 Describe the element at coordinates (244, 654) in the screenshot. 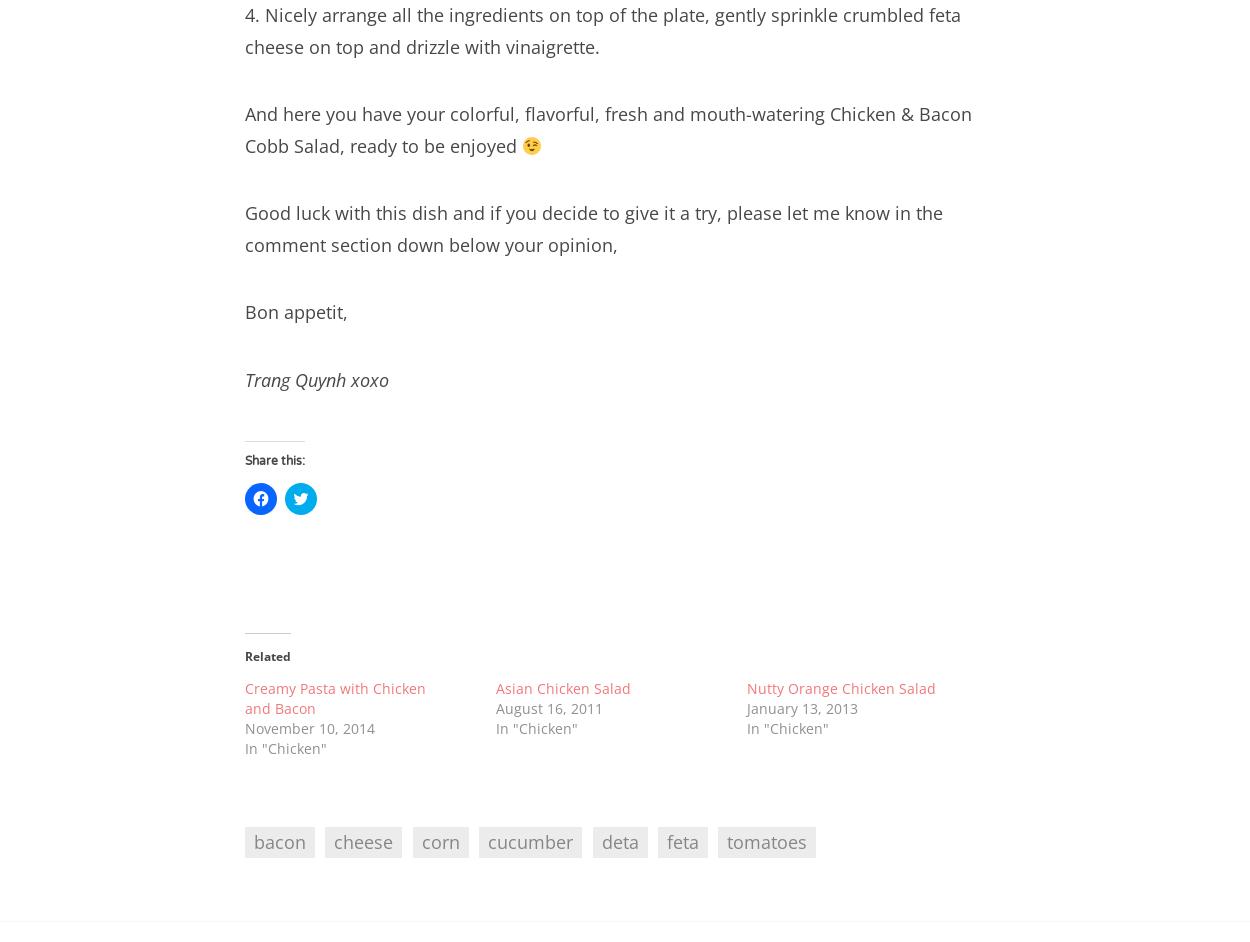

I see `'Related'` at that location.